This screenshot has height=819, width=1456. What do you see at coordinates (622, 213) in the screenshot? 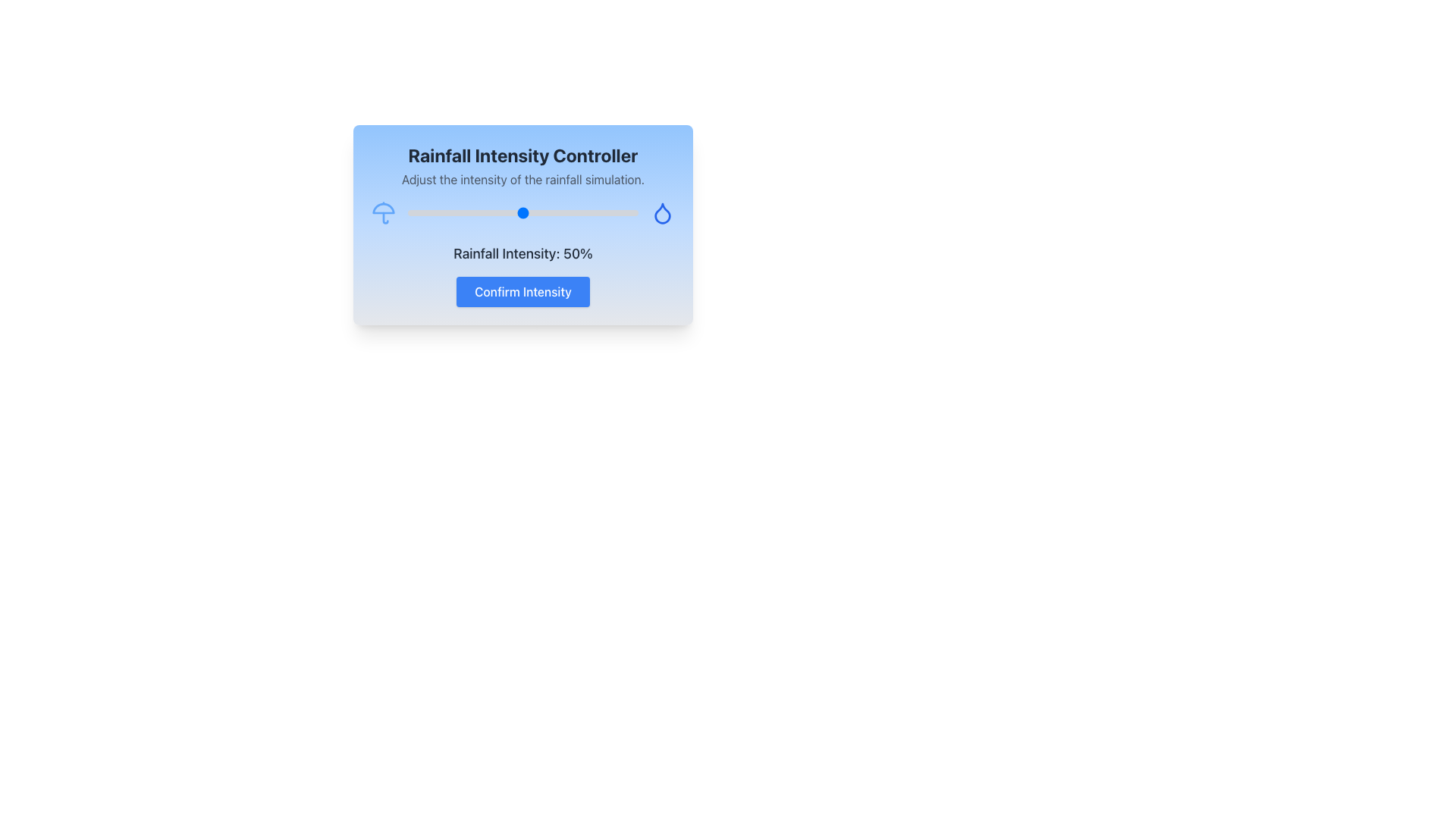
I see `the rainfall intensity` at bounding box center [622, 213].